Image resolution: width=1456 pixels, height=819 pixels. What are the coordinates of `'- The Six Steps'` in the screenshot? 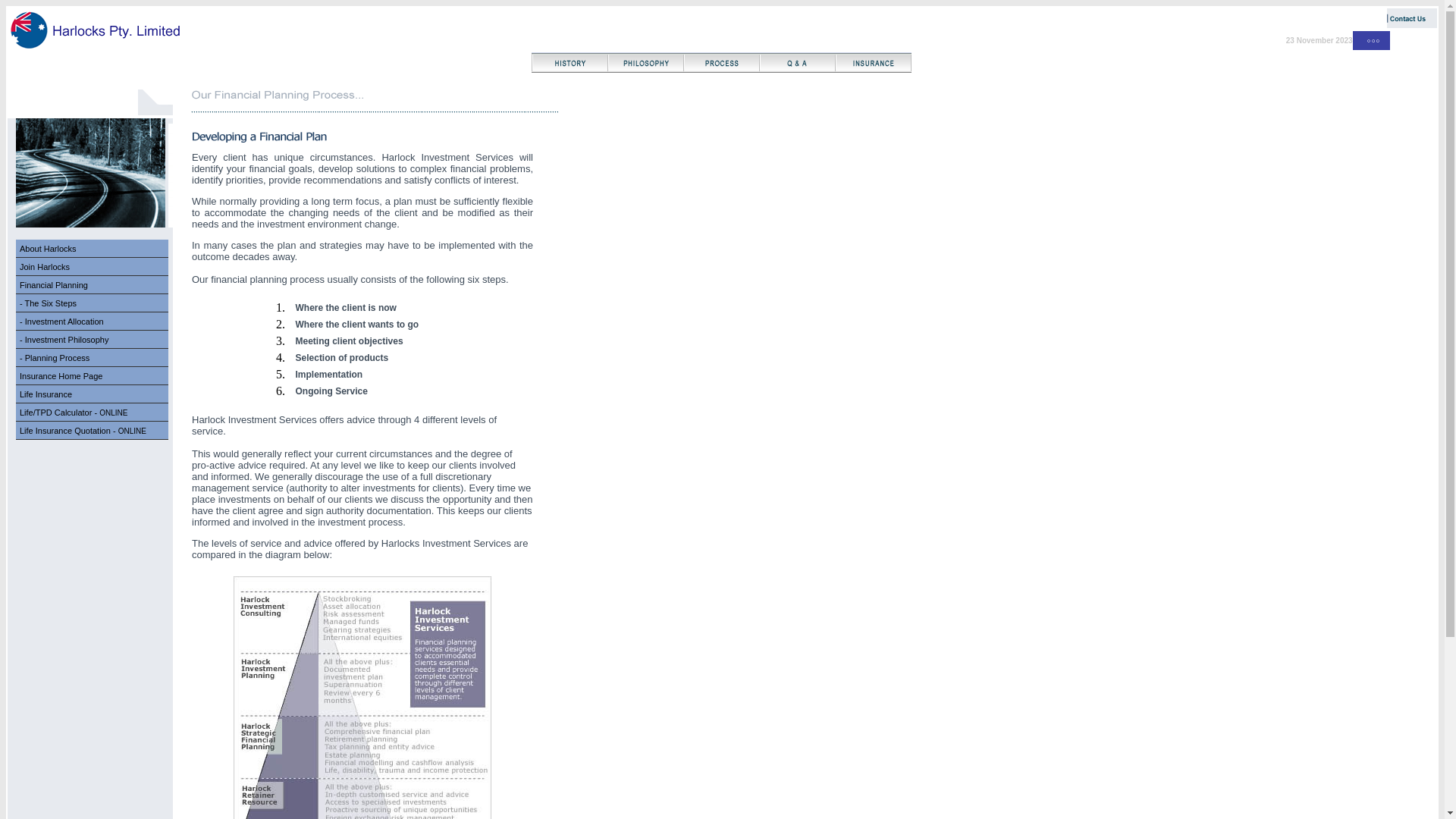 It's located at (48, 303).